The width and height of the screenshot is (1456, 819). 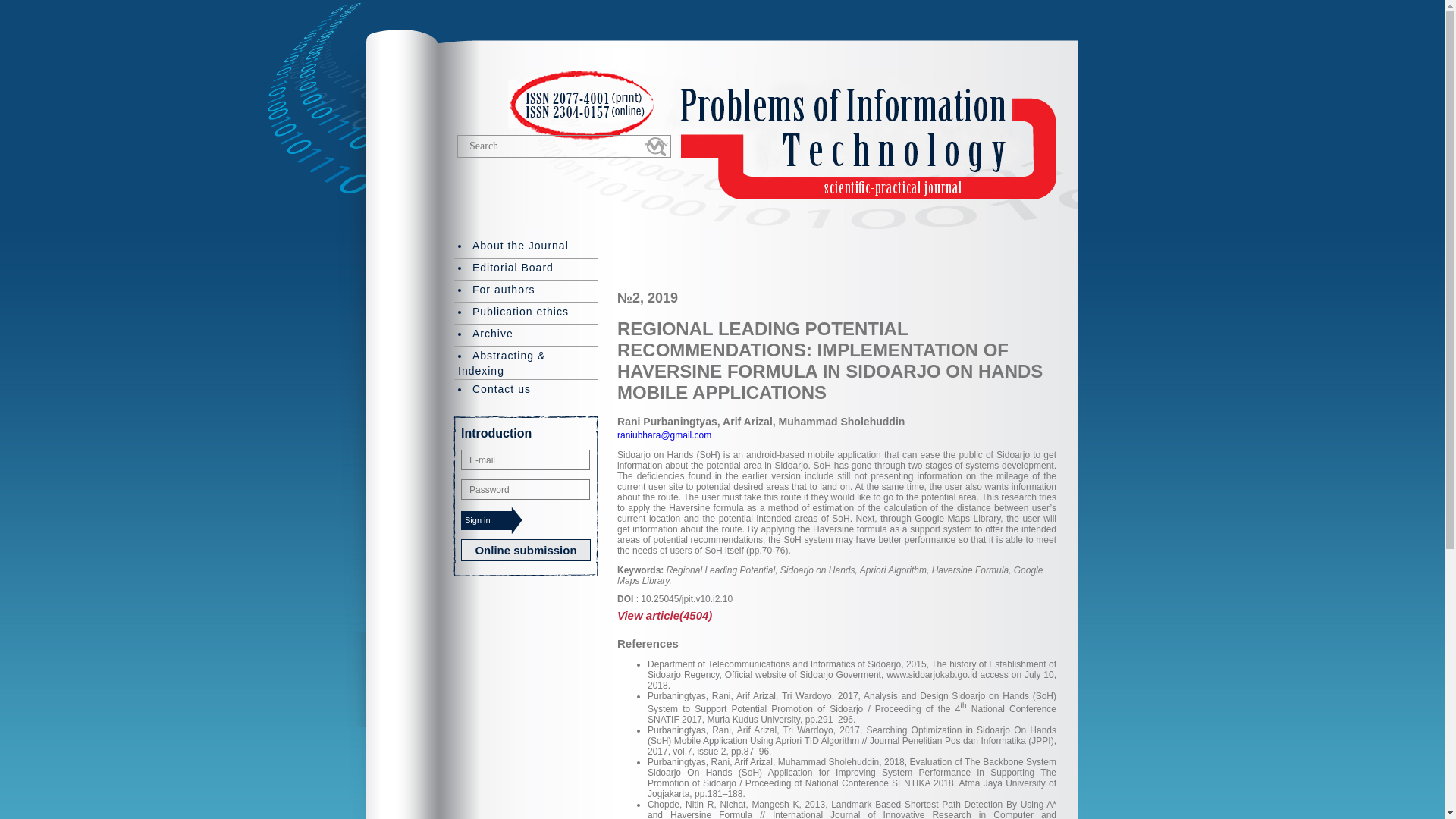 I want to click on 'Contact us', so click(x=526, y=388).